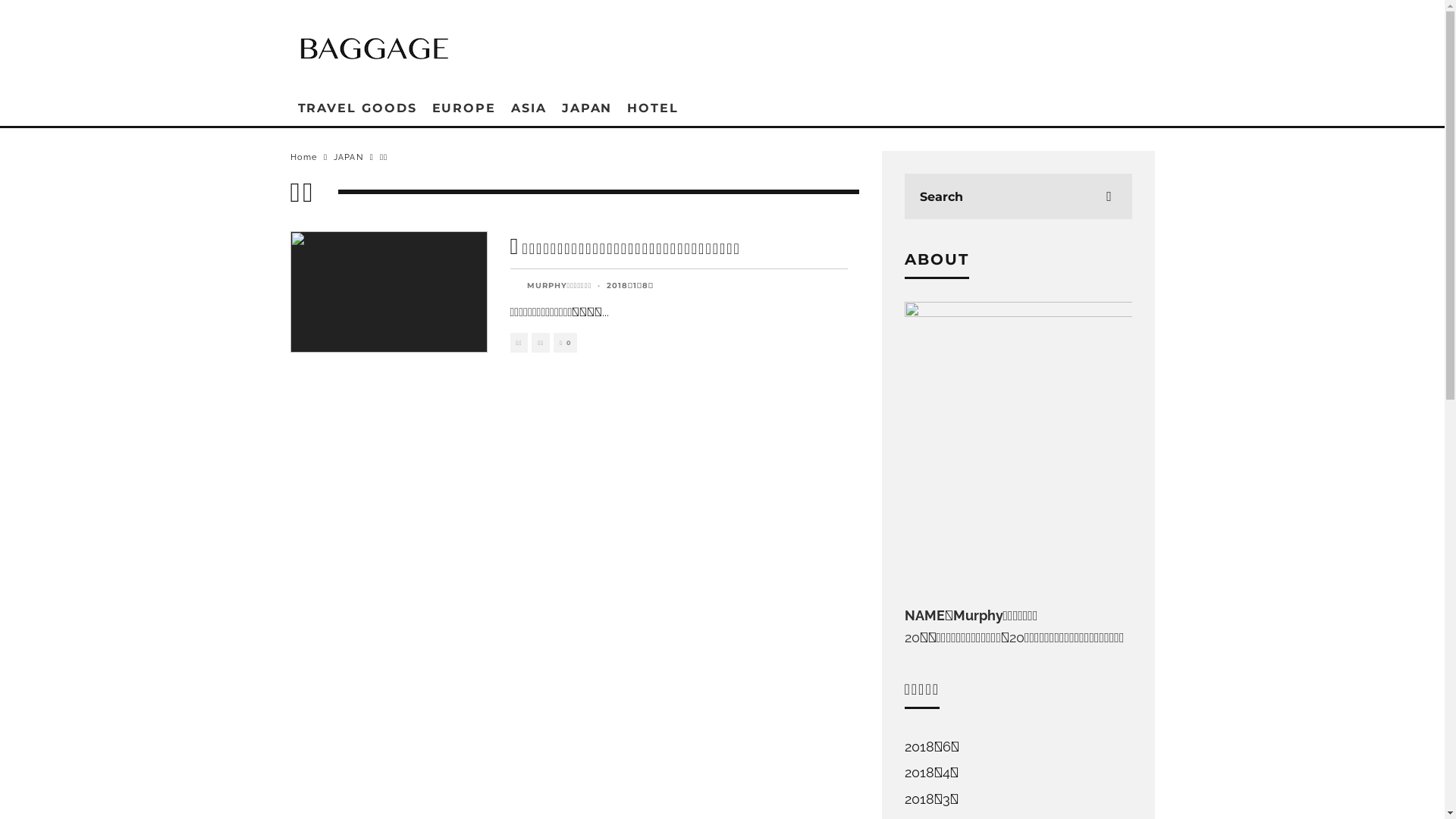 The image size is (1456, 819). What do you see at coordinates (619, 107) in the screenshot?
I see `'HOTEL'` at bounding box center [619, 107].